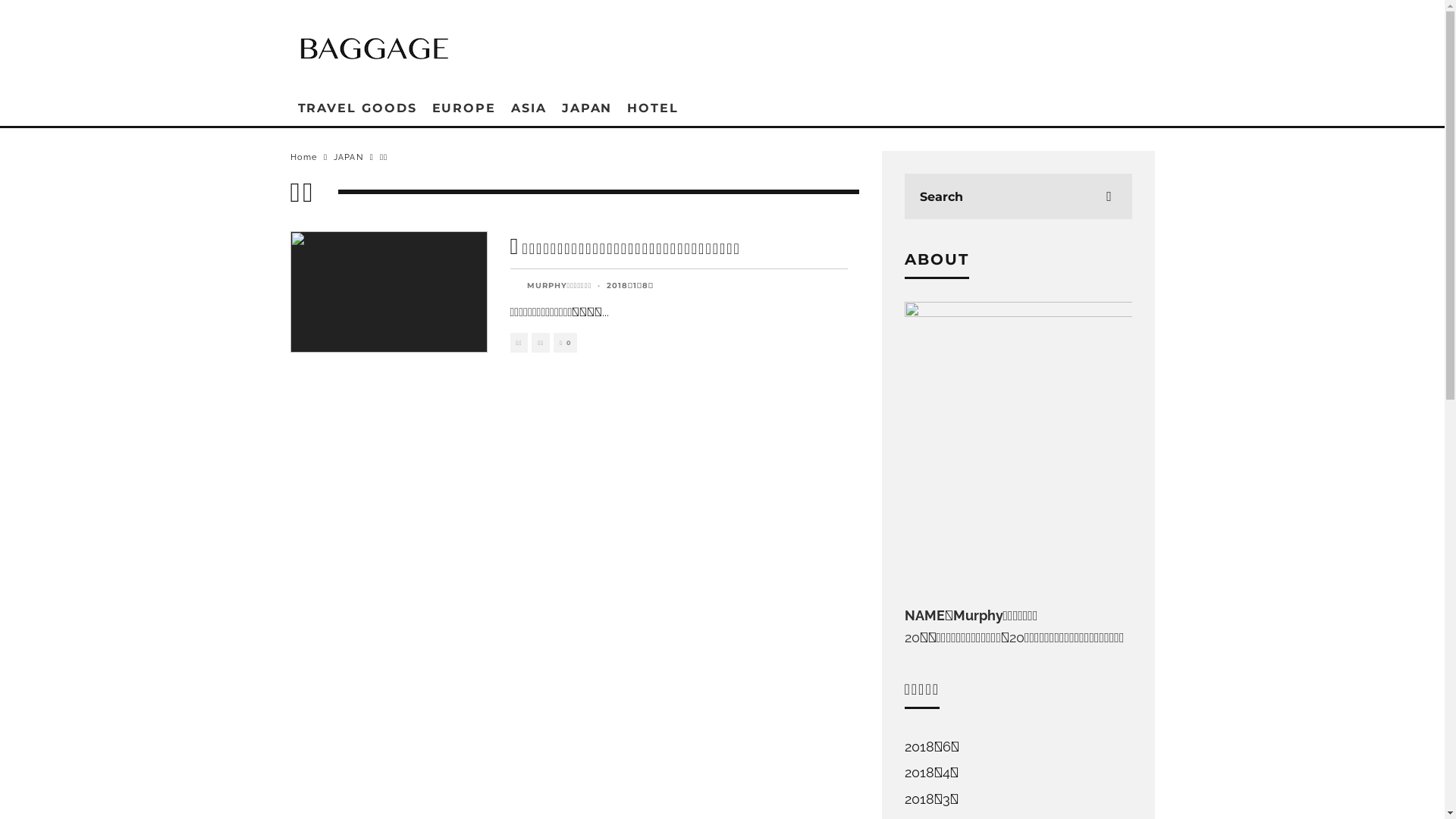 The image size is (1456, 819). What do you see at coordinates (619, 107) in the screenshot?
I see `'HOTEL'` at bounding box center [619, 107].